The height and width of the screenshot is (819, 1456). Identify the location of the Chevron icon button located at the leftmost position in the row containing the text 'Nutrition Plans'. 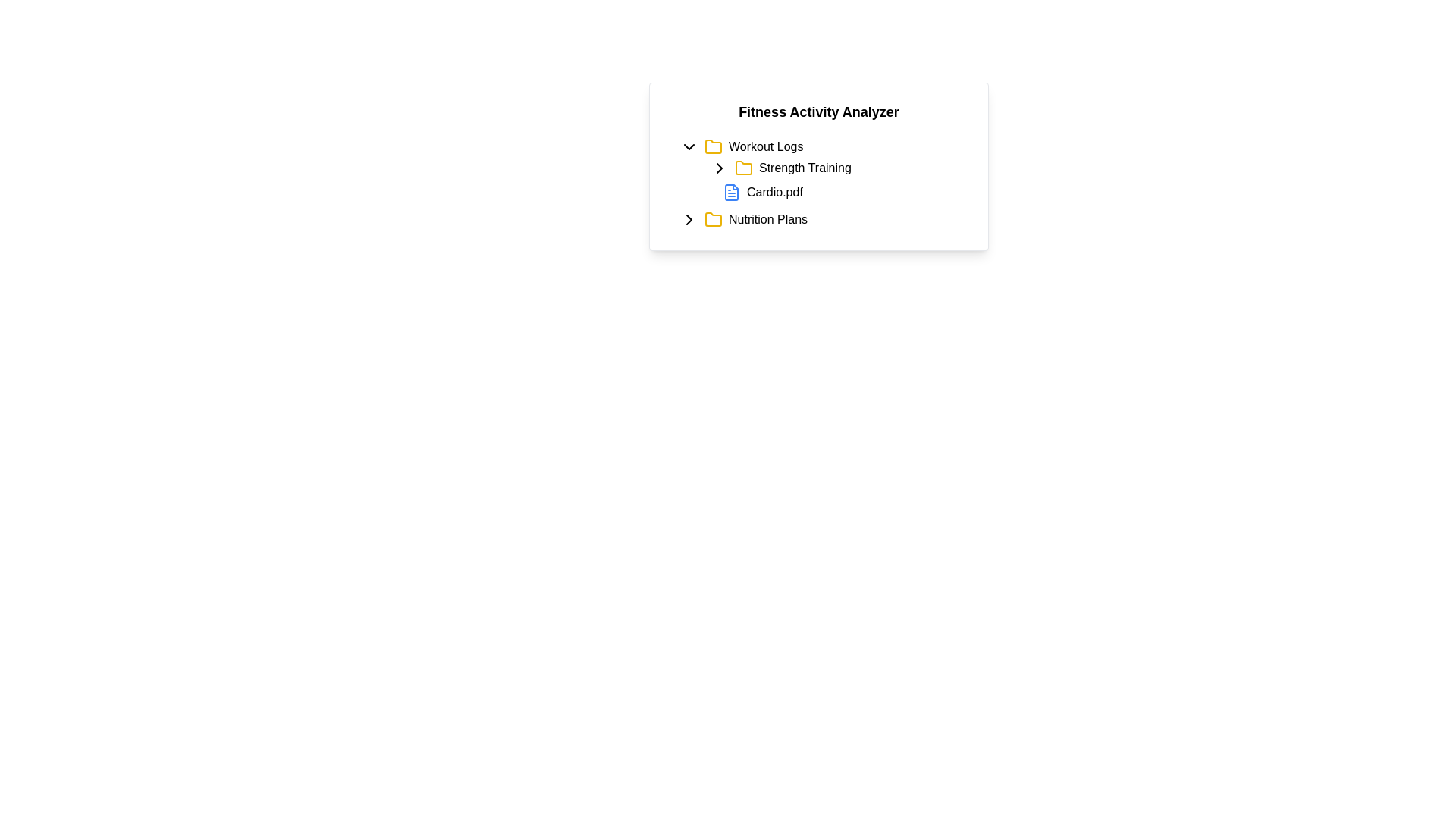
(688, 219).